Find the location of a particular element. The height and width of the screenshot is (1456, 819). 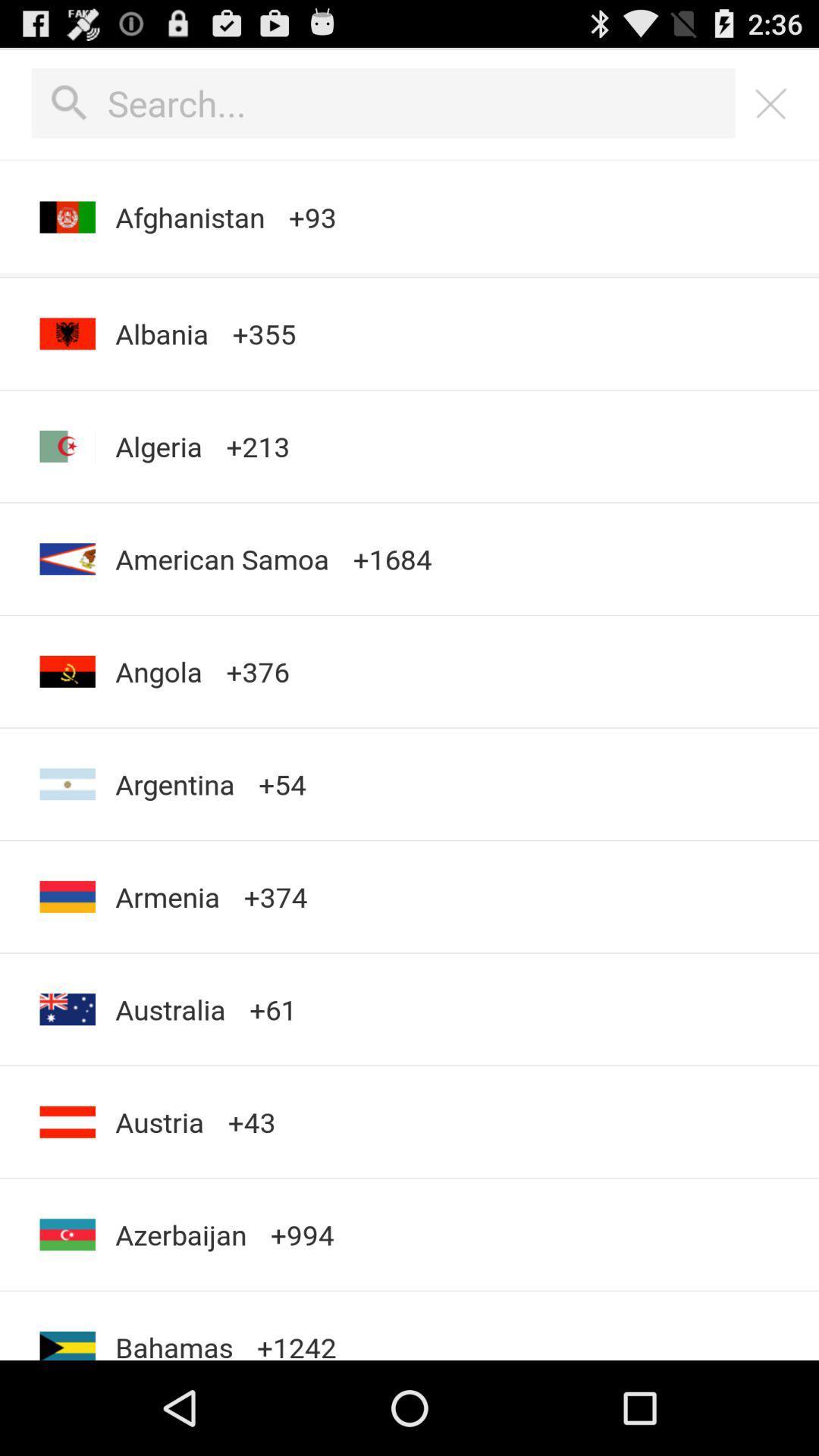

+994 app is located at coordinates (302, 1235).